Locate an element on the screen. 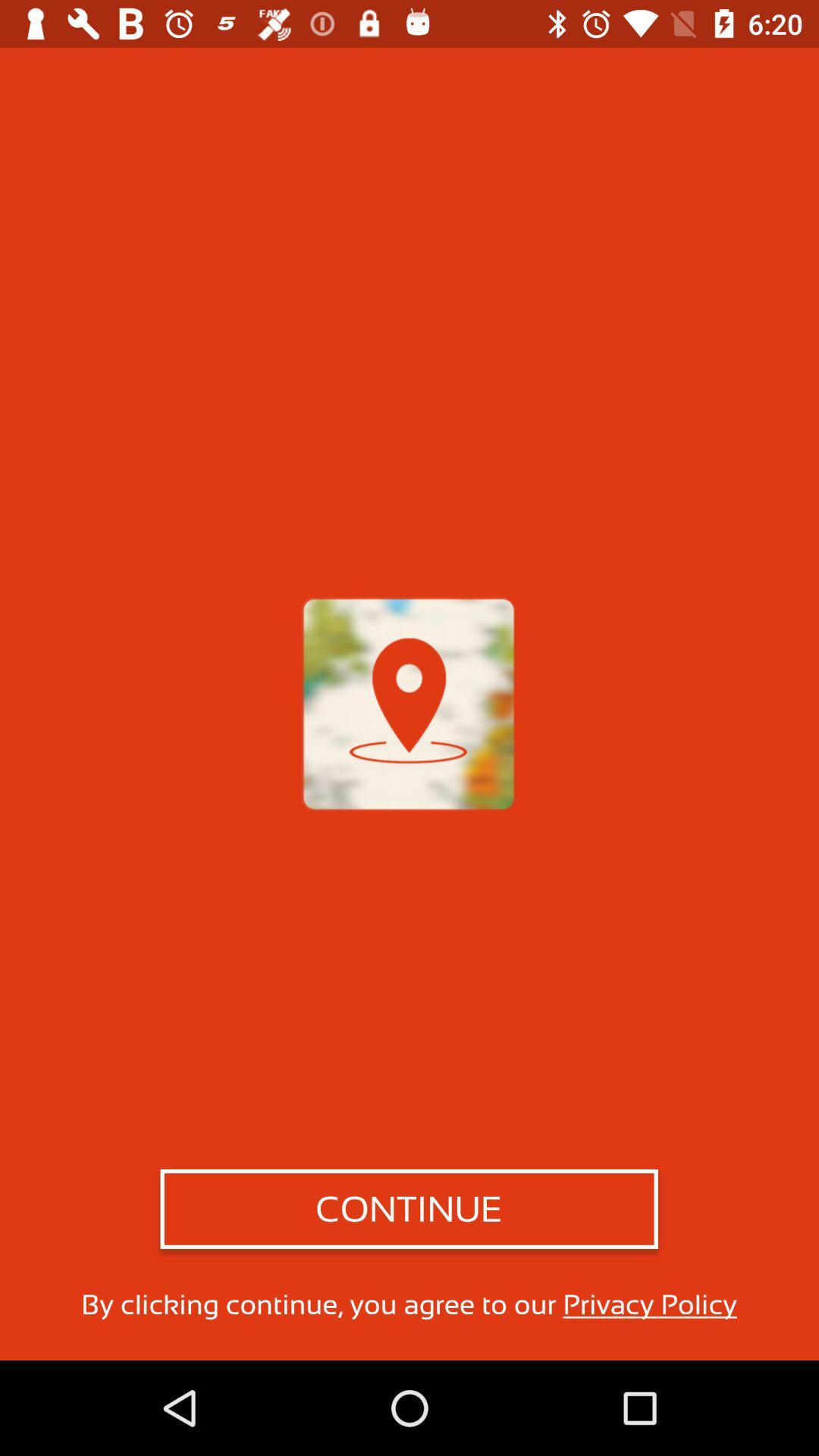 The height and width of the screenshot is (1456, 819). item below continue is located at coordinates (408, 1304).